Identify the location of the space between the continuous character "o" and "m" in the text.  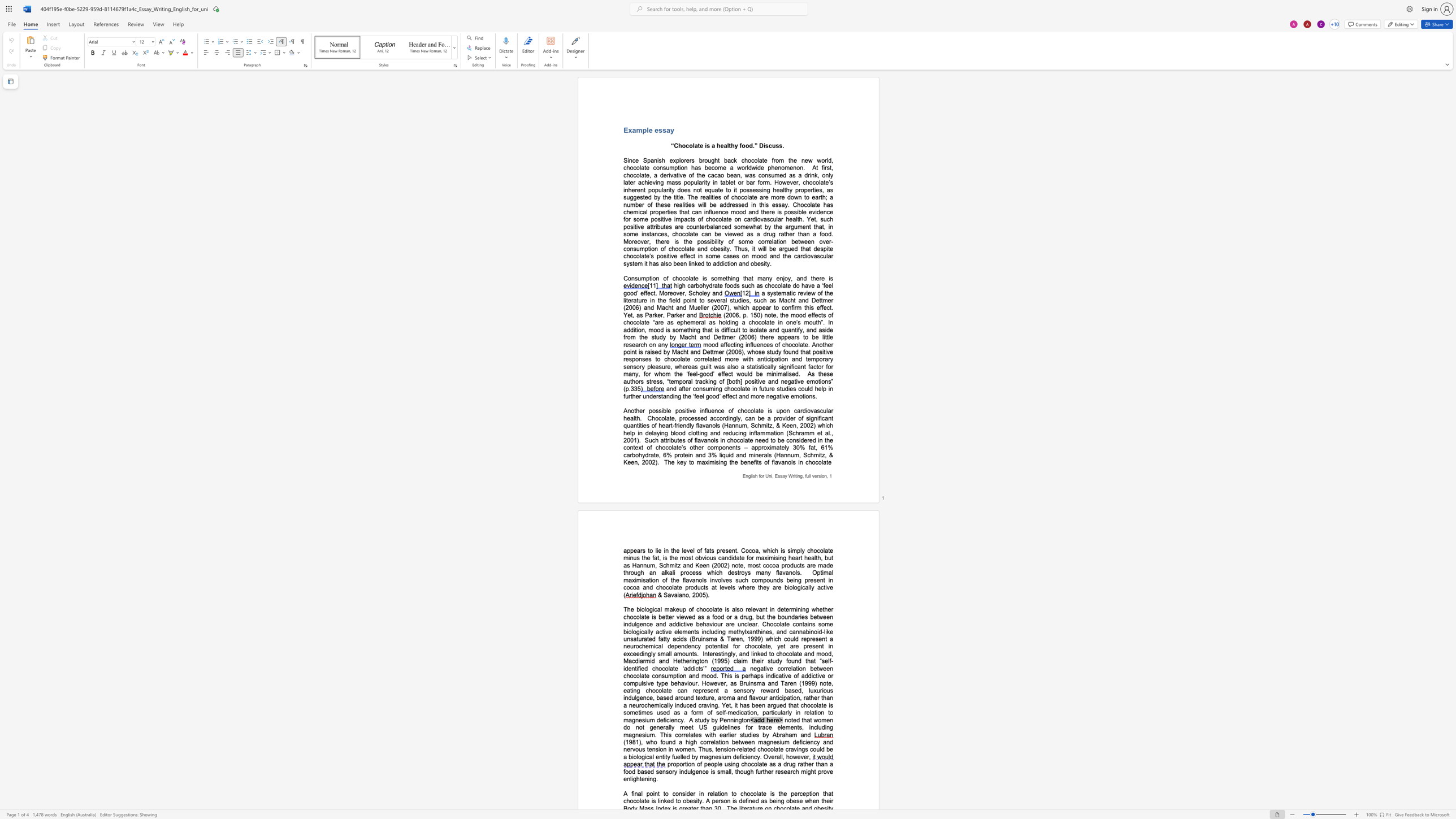
(717, 278).